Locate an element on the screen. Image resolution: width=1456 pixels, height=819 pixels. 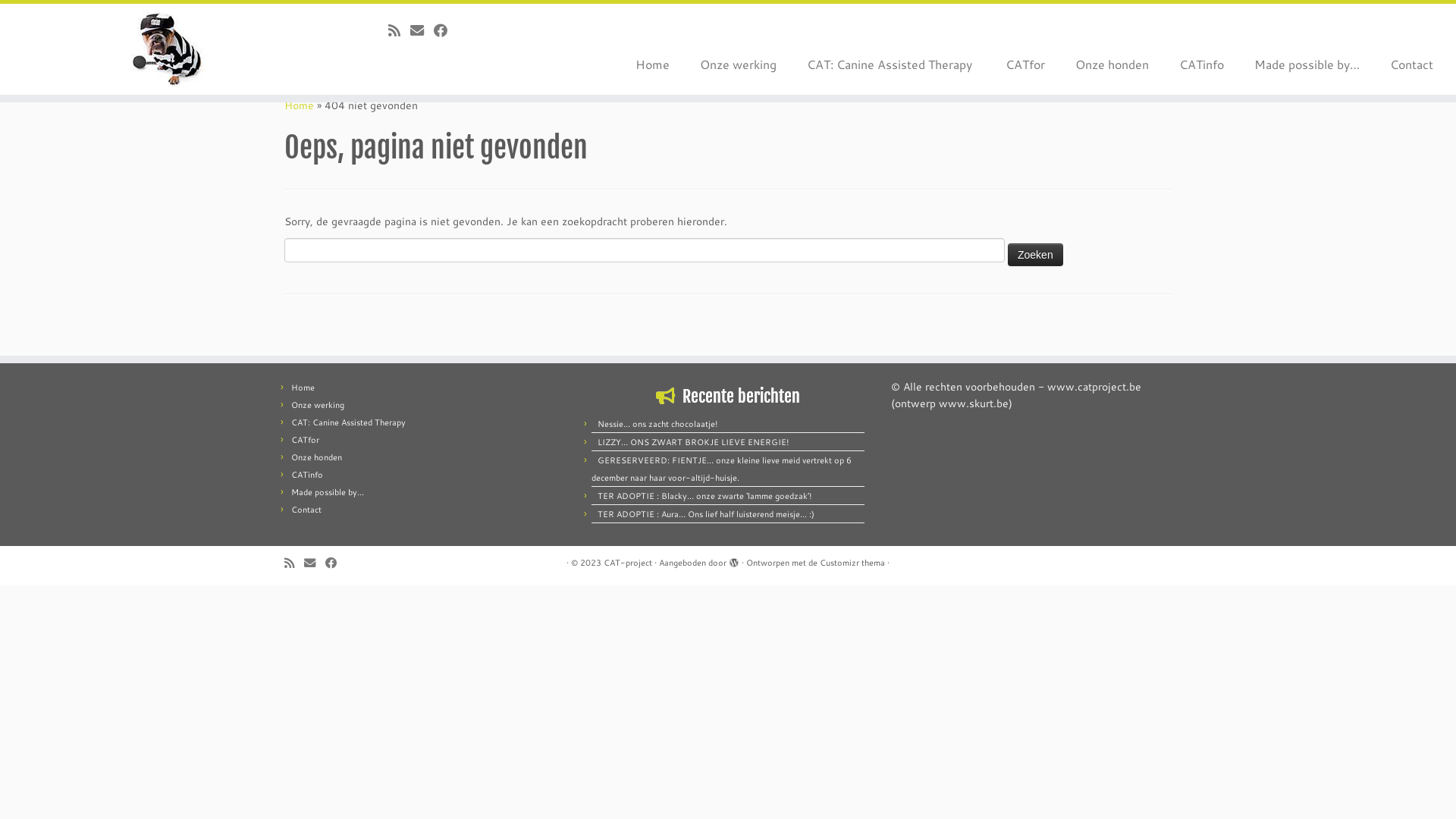
'CAT: Canine Assisted Therapy ' is located at coordinates (891, 63).